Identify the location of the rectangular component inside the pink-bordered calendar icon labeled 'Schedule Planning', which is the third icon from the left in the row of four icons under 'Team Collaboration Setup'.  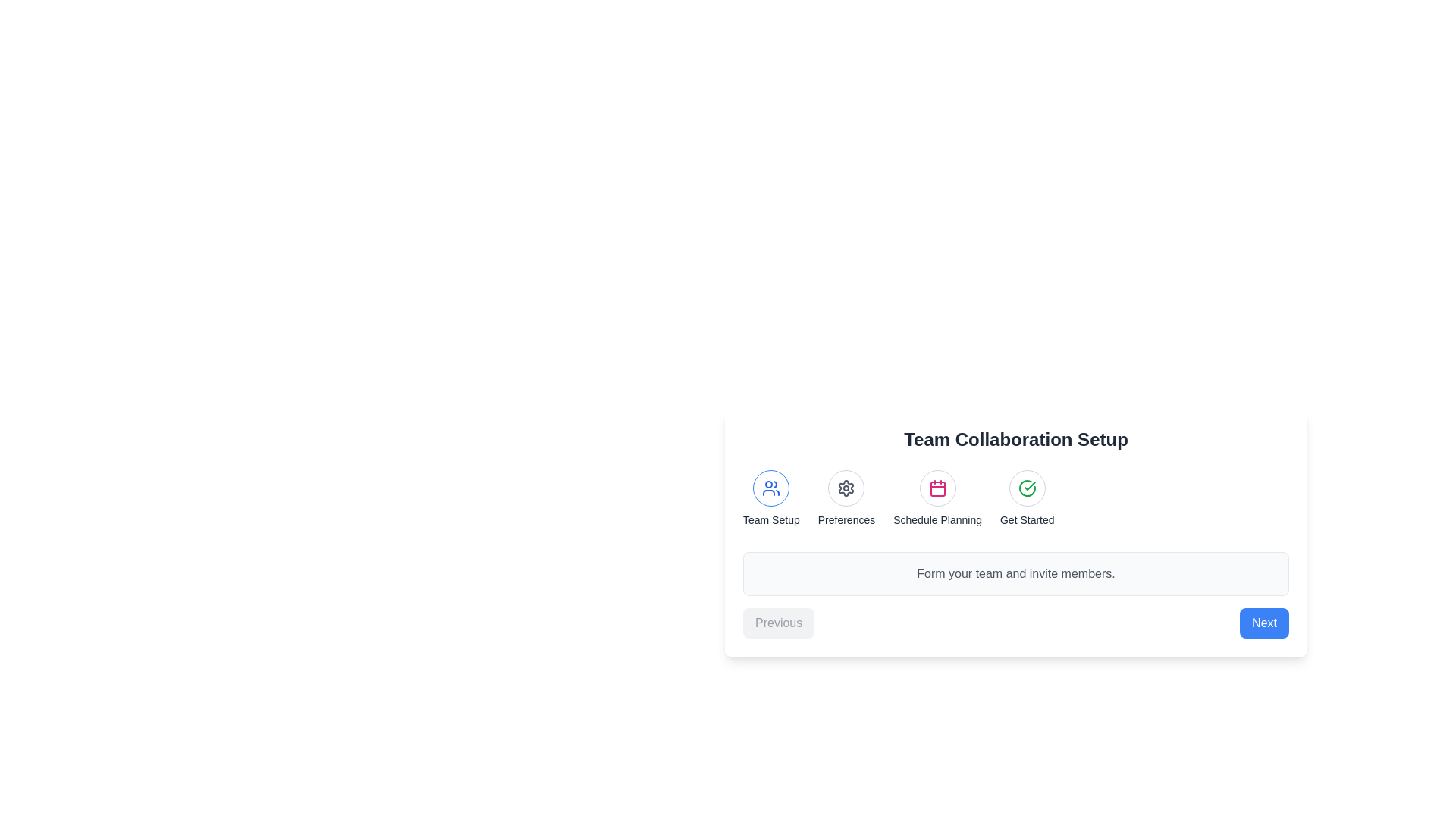
(937, 488).